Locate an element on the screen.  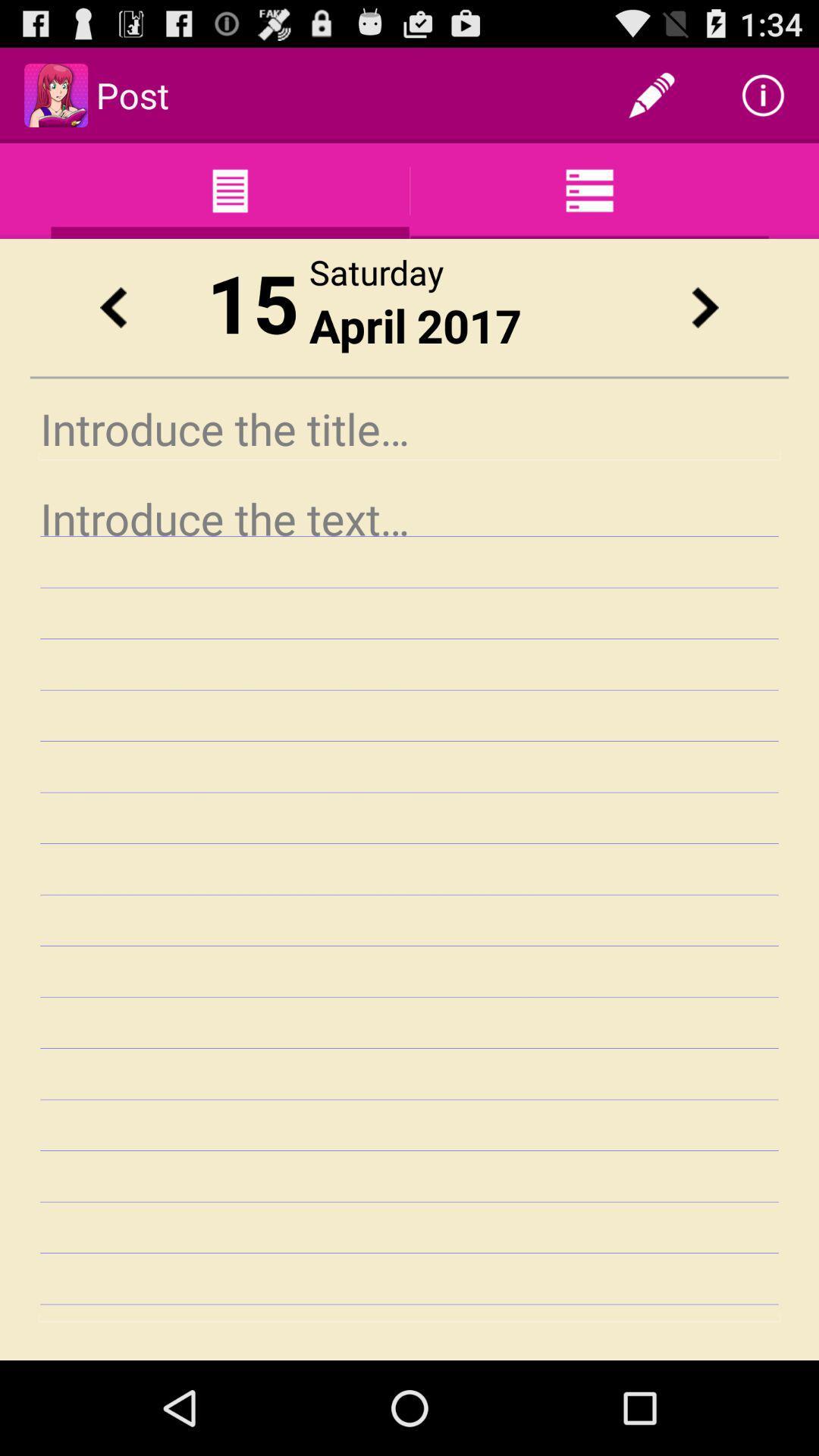
move to the next date is located at coordinates (704, 306).